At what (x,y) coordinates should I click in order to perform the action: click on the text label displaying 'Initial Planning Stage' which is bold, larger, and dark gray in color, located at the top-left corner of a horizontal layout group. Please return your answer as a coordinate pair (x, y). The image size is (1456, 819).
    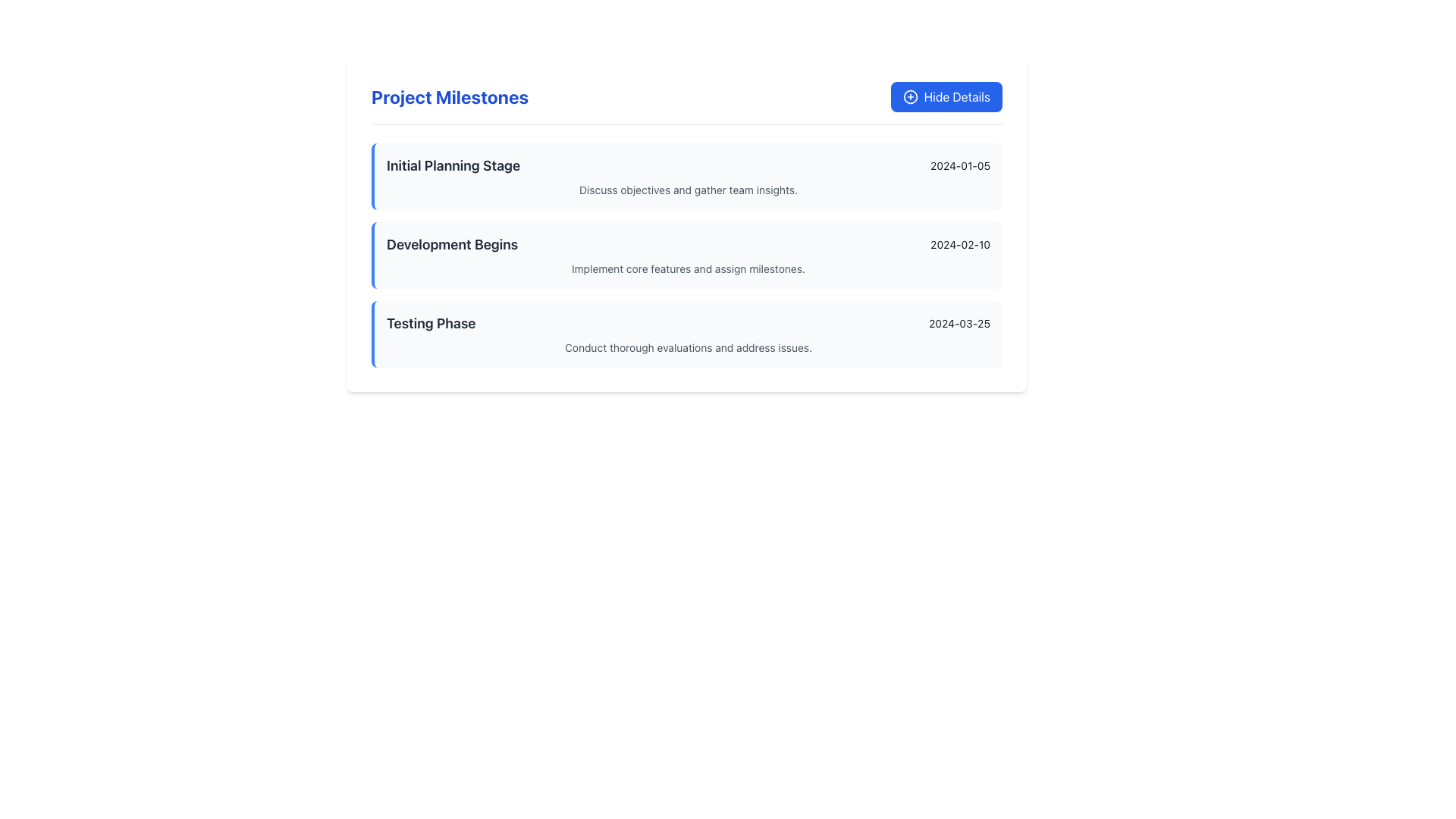
    Looking at the image, I should click on (453, 166).